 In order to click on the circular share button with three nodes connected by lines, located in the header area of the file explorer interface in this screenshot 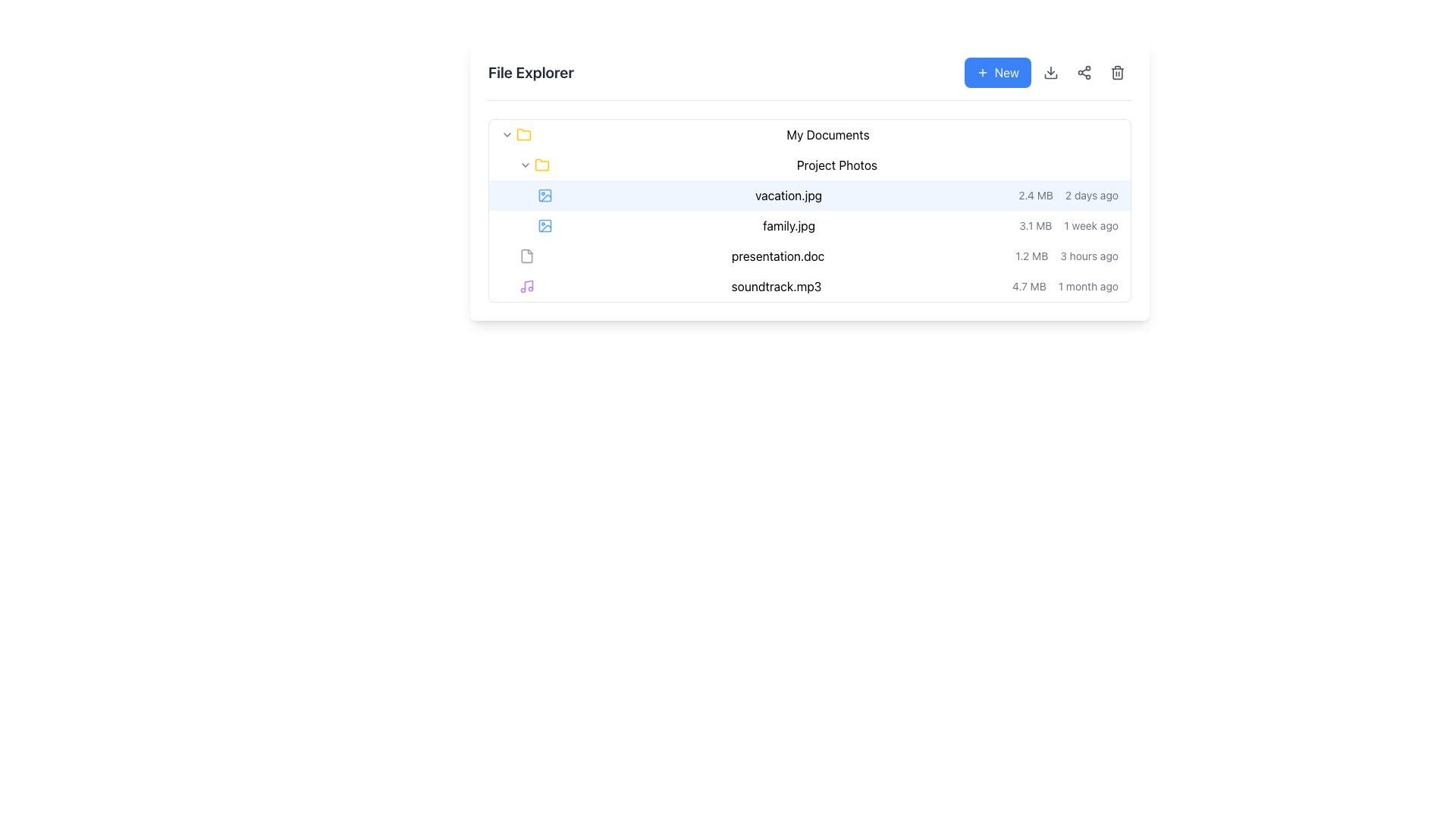, I will do `click(1084, 73)`.